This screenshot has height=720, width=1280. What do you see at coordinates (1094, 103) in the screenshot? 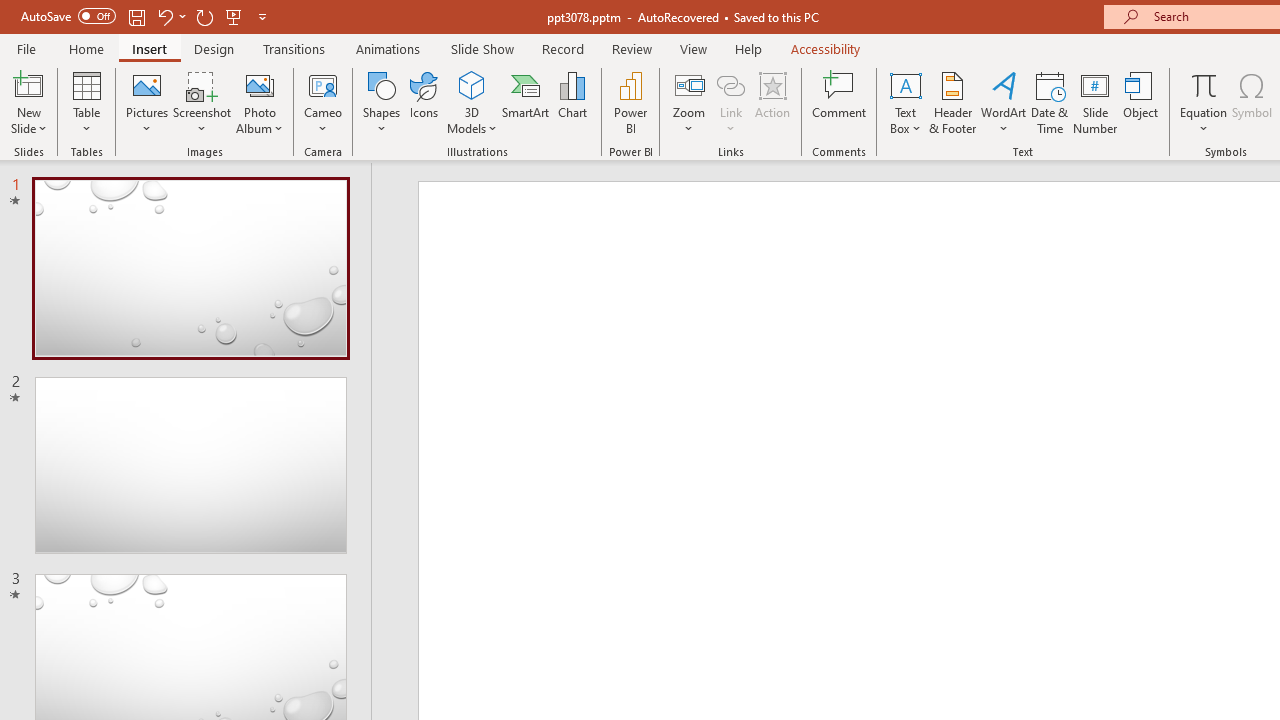
I see `'Slide Number'` at bounding box center [1094, 103].